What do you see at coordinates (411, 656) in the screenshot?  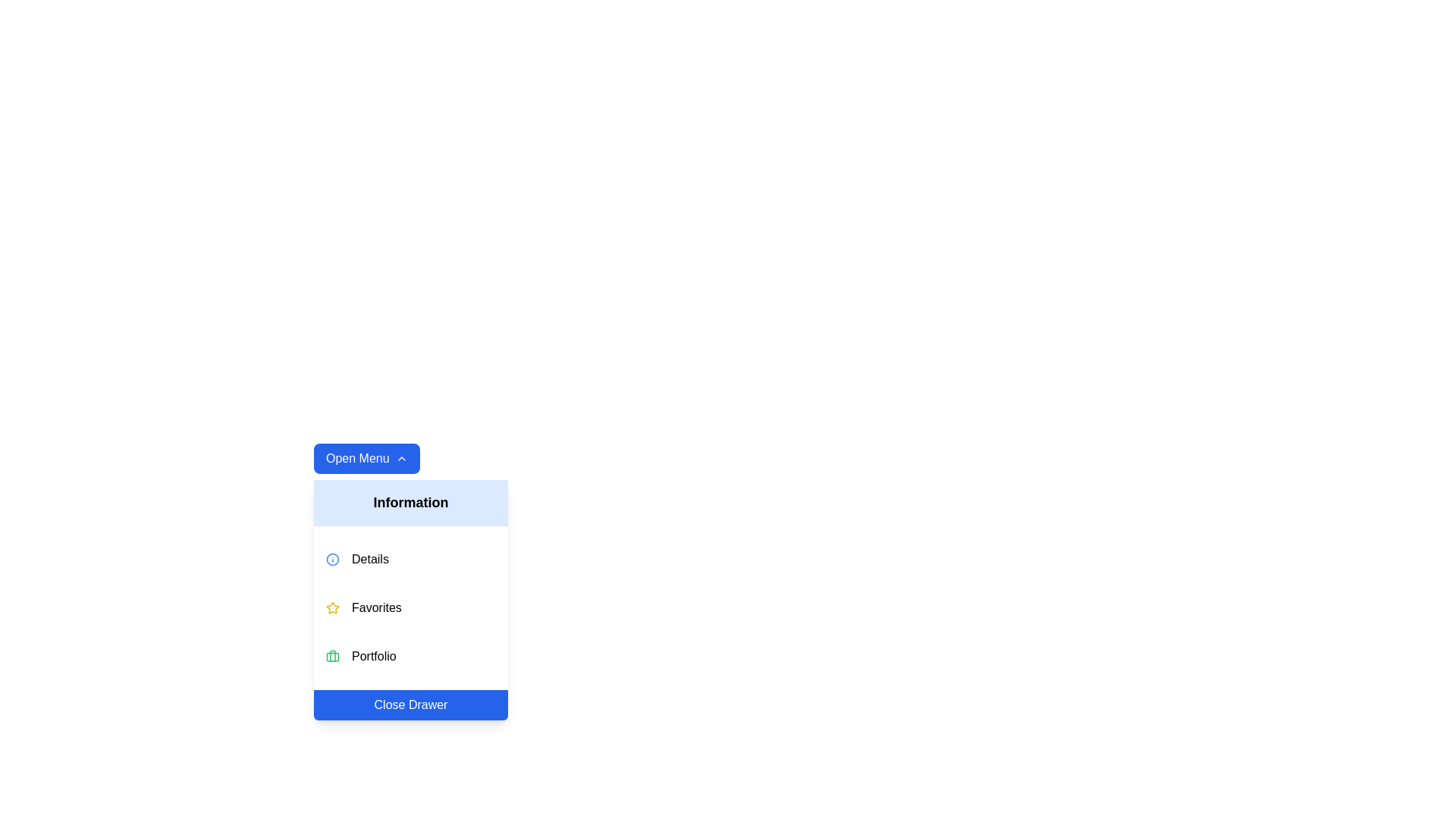 I see `the 'Portfolio' button within the vertical menu section under 'Information'` at bounding box center [411, 656].